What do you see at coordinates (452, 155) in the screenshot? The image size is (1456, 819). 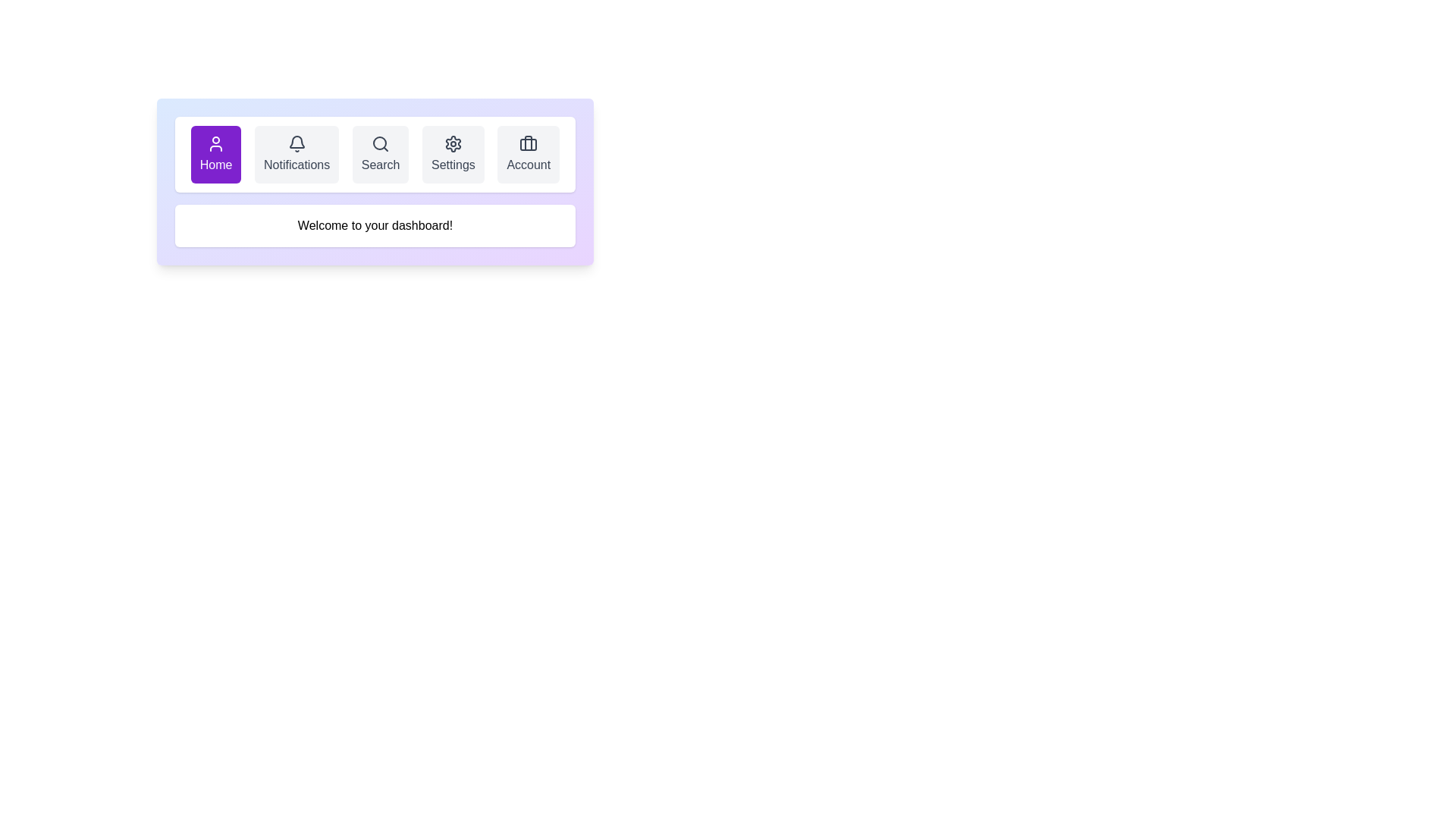 I see `the navigation button for accessing the Settings menu, which is the fourth button in the top navigation bar, positioned between 'Search' and 'Account'` at bounding box center [452, 155].